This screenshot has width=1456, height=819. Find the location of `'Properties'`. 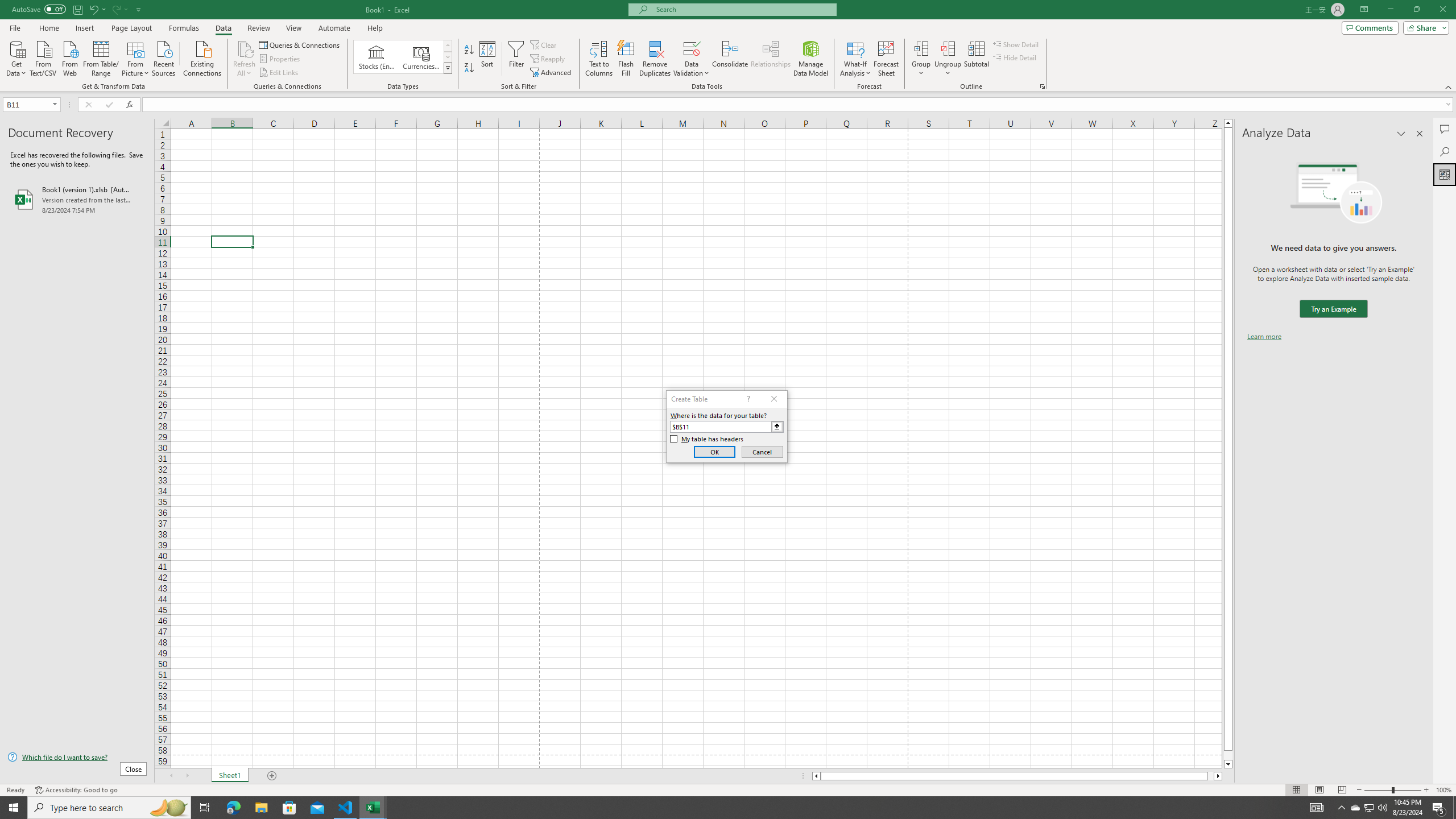

'Properties' is located at coordinates (280, 59).